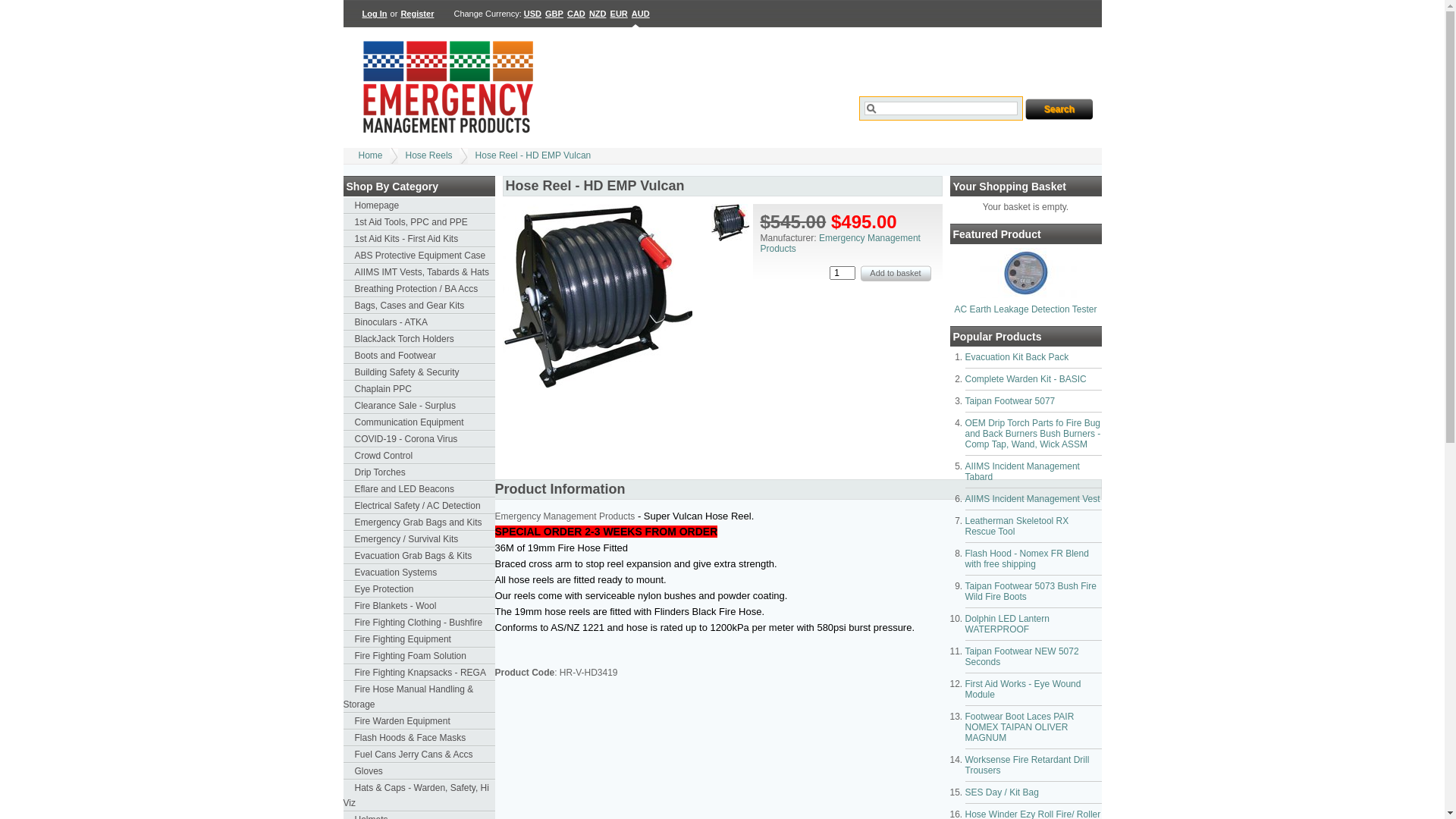 The image size is (1456, 819). Describe the element at coordinates (341, 289) in the screenshot. I see `'Breathing Protection / BA Accs'` at that location.